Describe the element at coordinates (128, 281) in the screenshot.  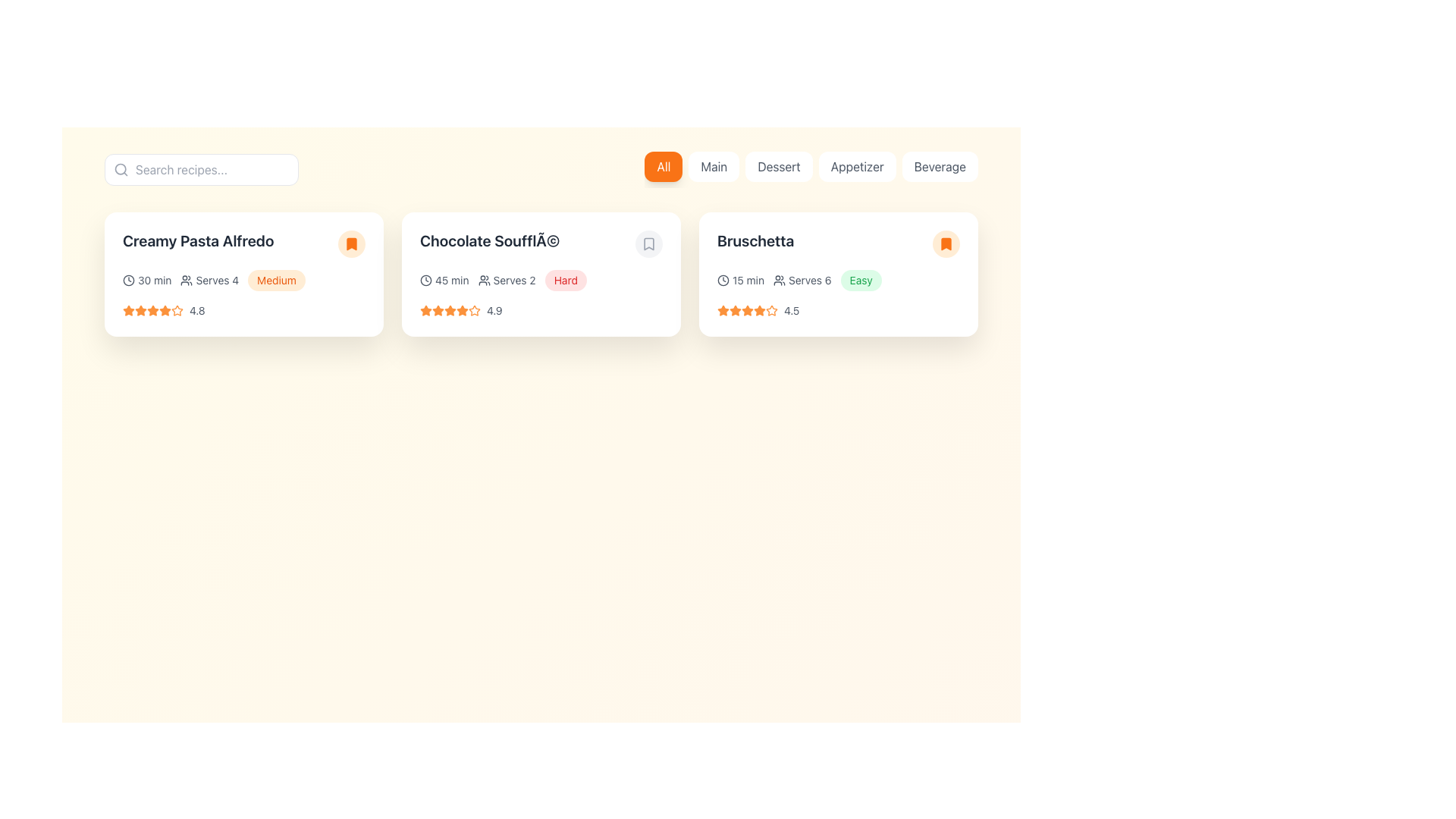
I see `outer circular part of the clock-like icon for 'Creamy Pasta Alfredo' to identify its relations` at that location.